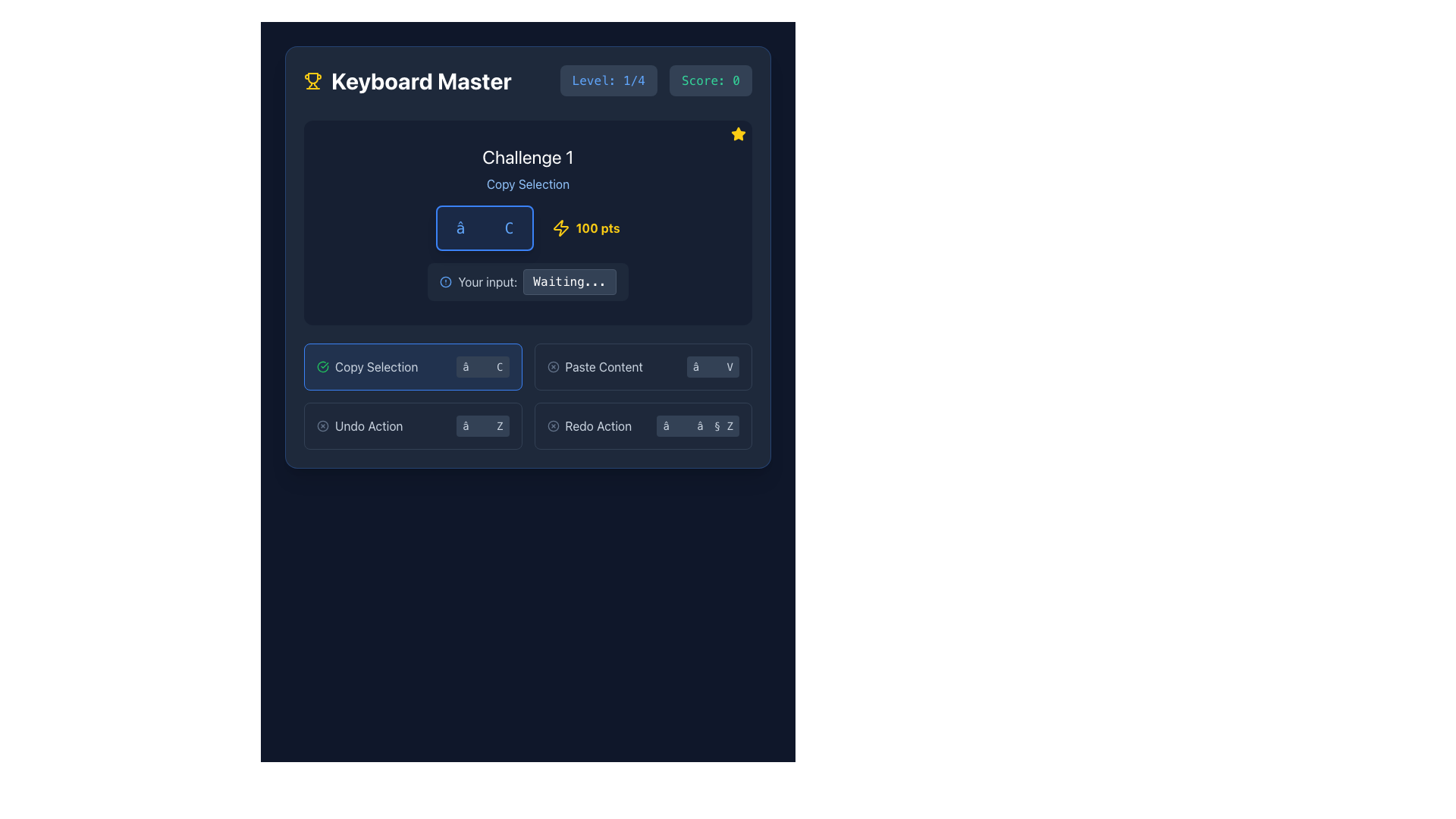 The height and width of the screenshot is (819, 1456). What do you see at coordinates (552, 426) in the screenshot?
I see `the circular icon with a border located at the upper-right corner of the 'Keyboard Master' panel` at bounding box center [552, 426].